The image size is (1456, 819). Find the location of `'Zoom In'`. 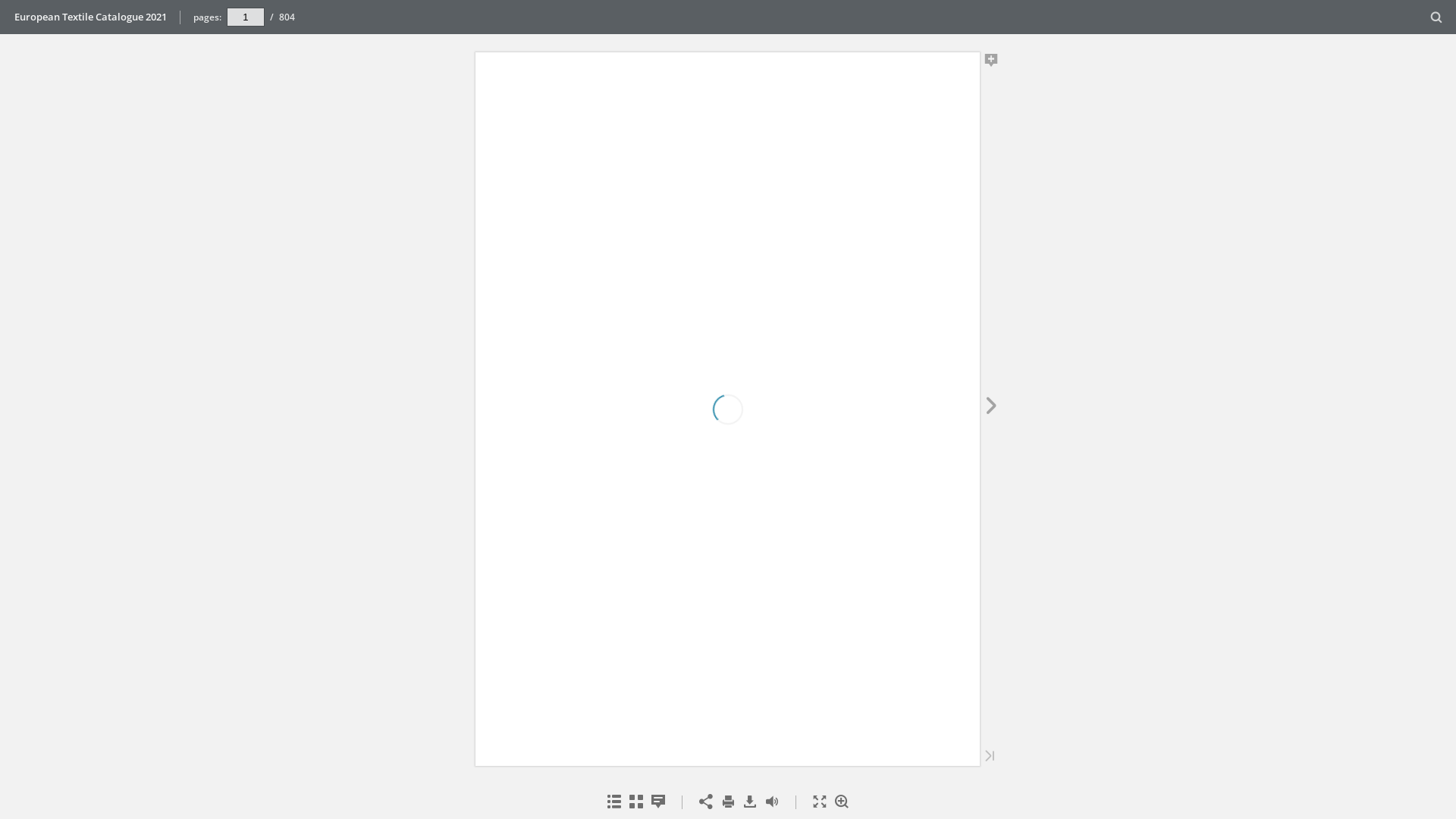

'Zoom In' is located at coordinates (841, 801).